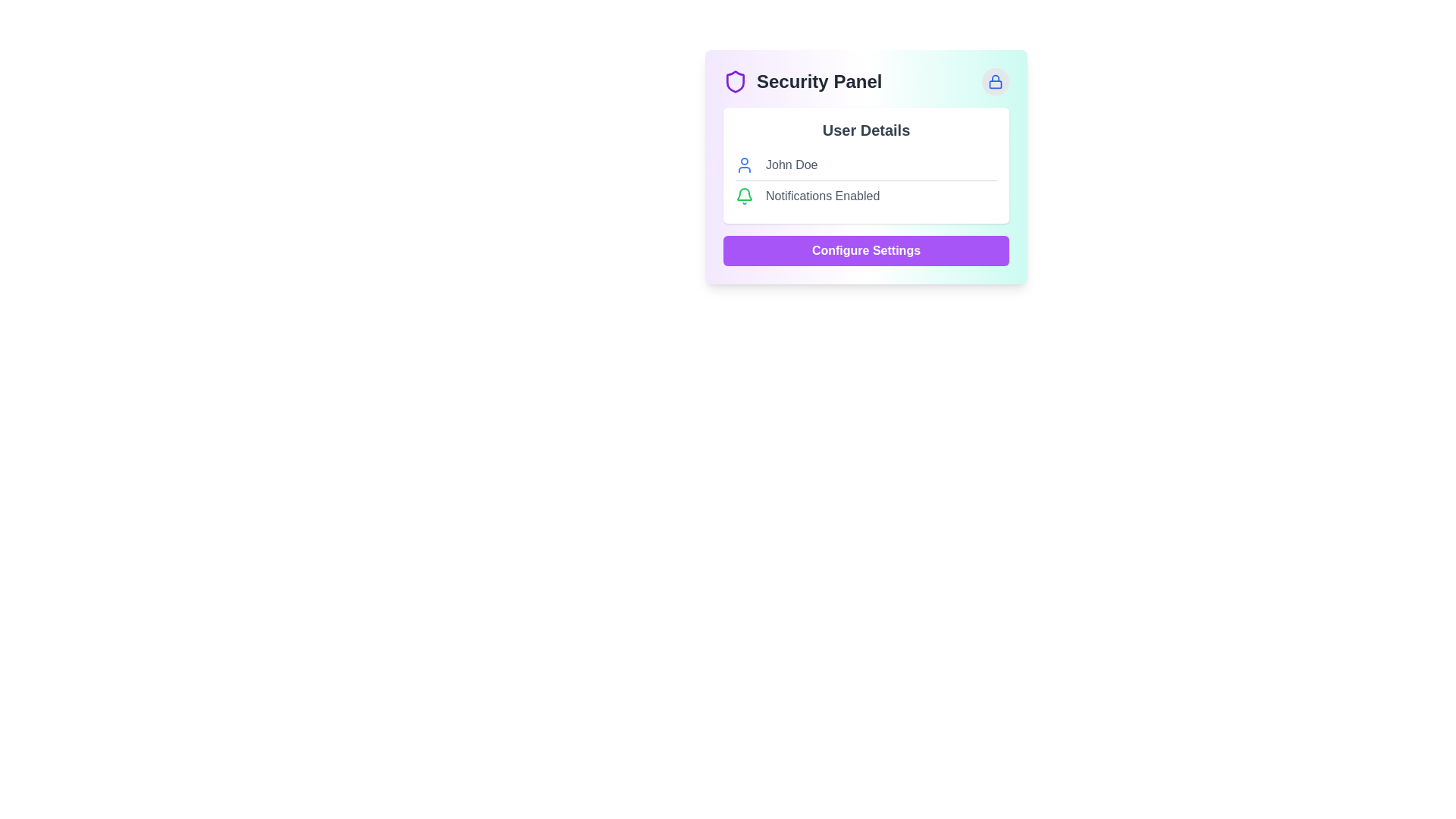 This screenshot has width=1456, height=819. I want to click on shield-shaped icon with purple lines and a white interior, located near the title 'Security Panel', so click(735, 82).